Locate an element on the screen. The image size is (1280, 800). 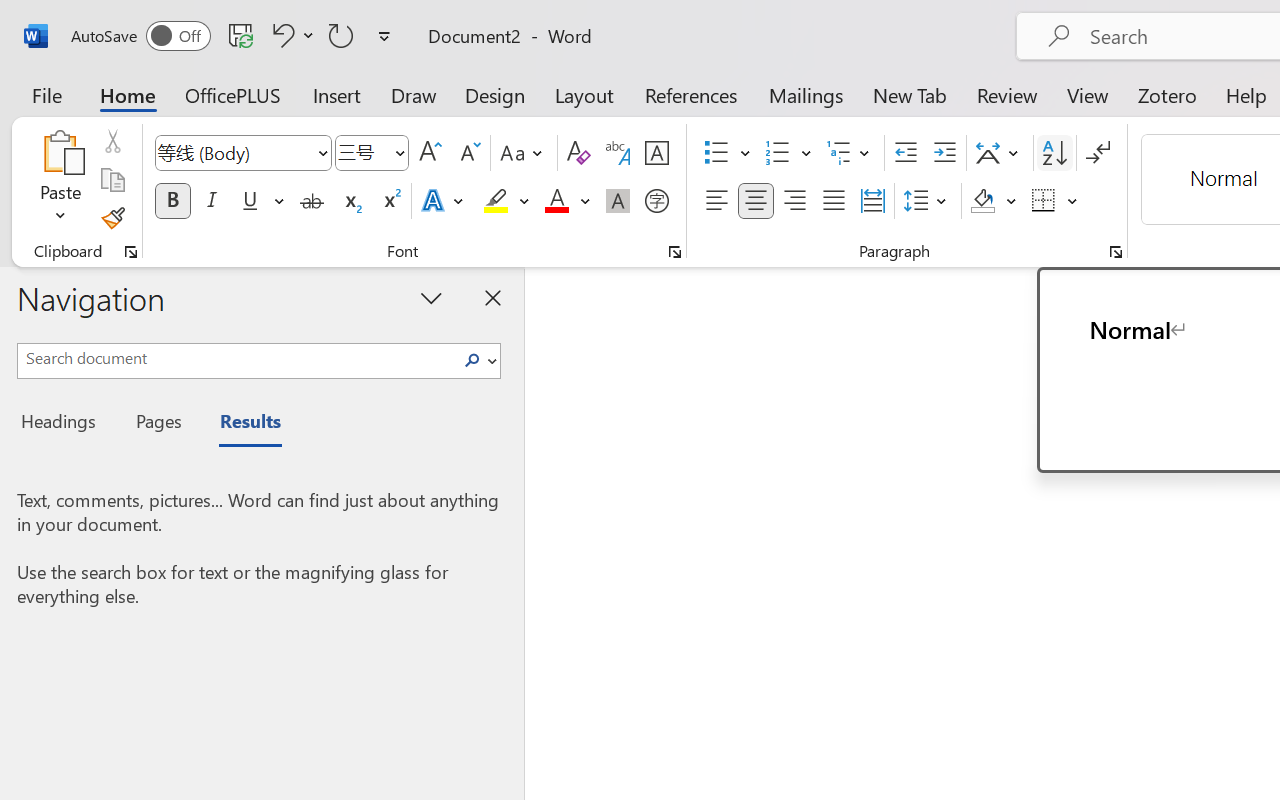
'Text Effects and Typography' is located at coordinates (443, 201).